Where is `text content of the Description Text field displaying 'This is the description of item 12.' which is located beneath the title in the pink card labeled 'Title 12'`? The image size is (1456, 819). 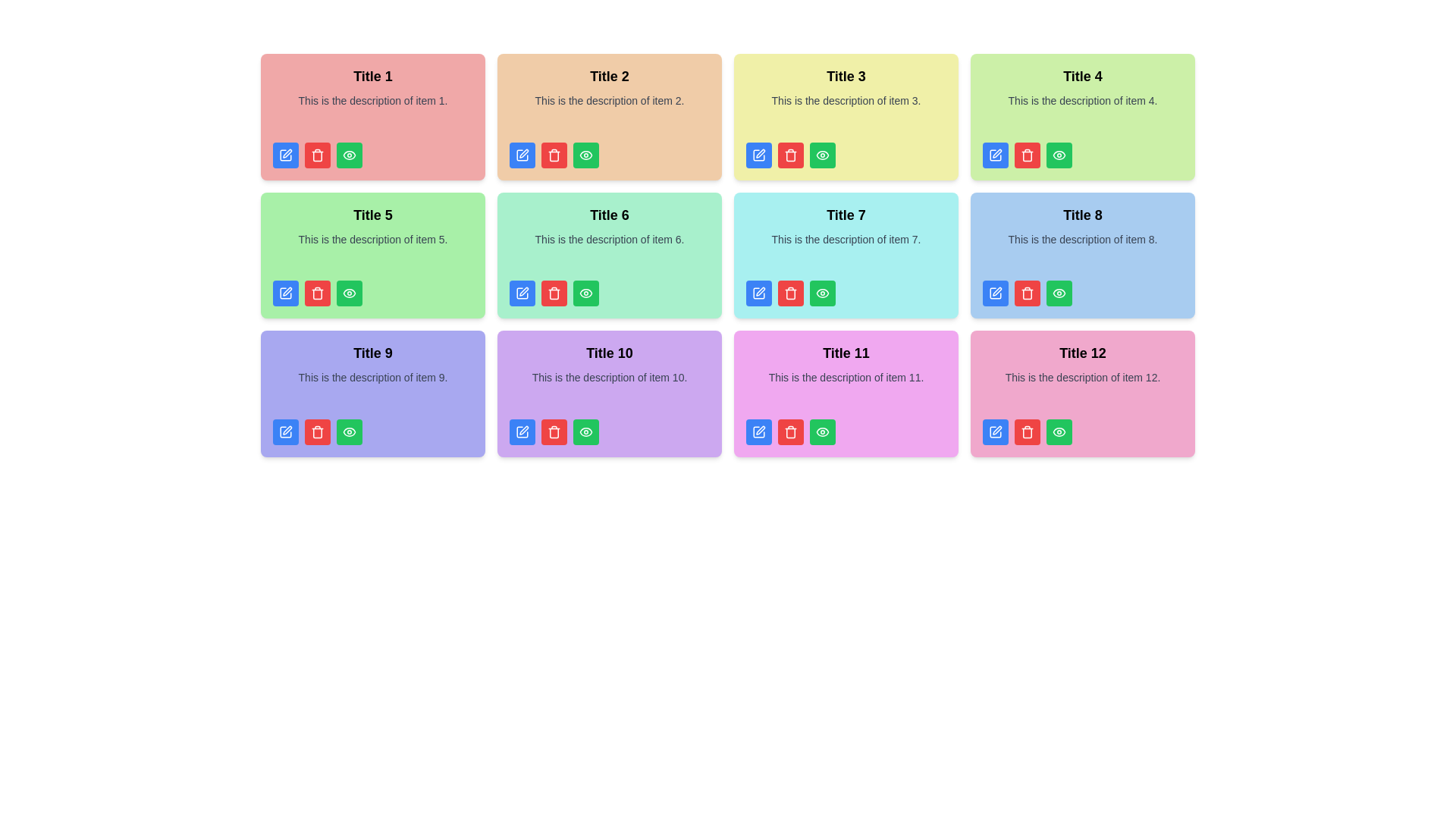 text content of the Description Text field displaying 'This is the description of item 12.' which is located beneath the title in the pink card labeled 'Title 12' is located at coordinates (1082, 388).